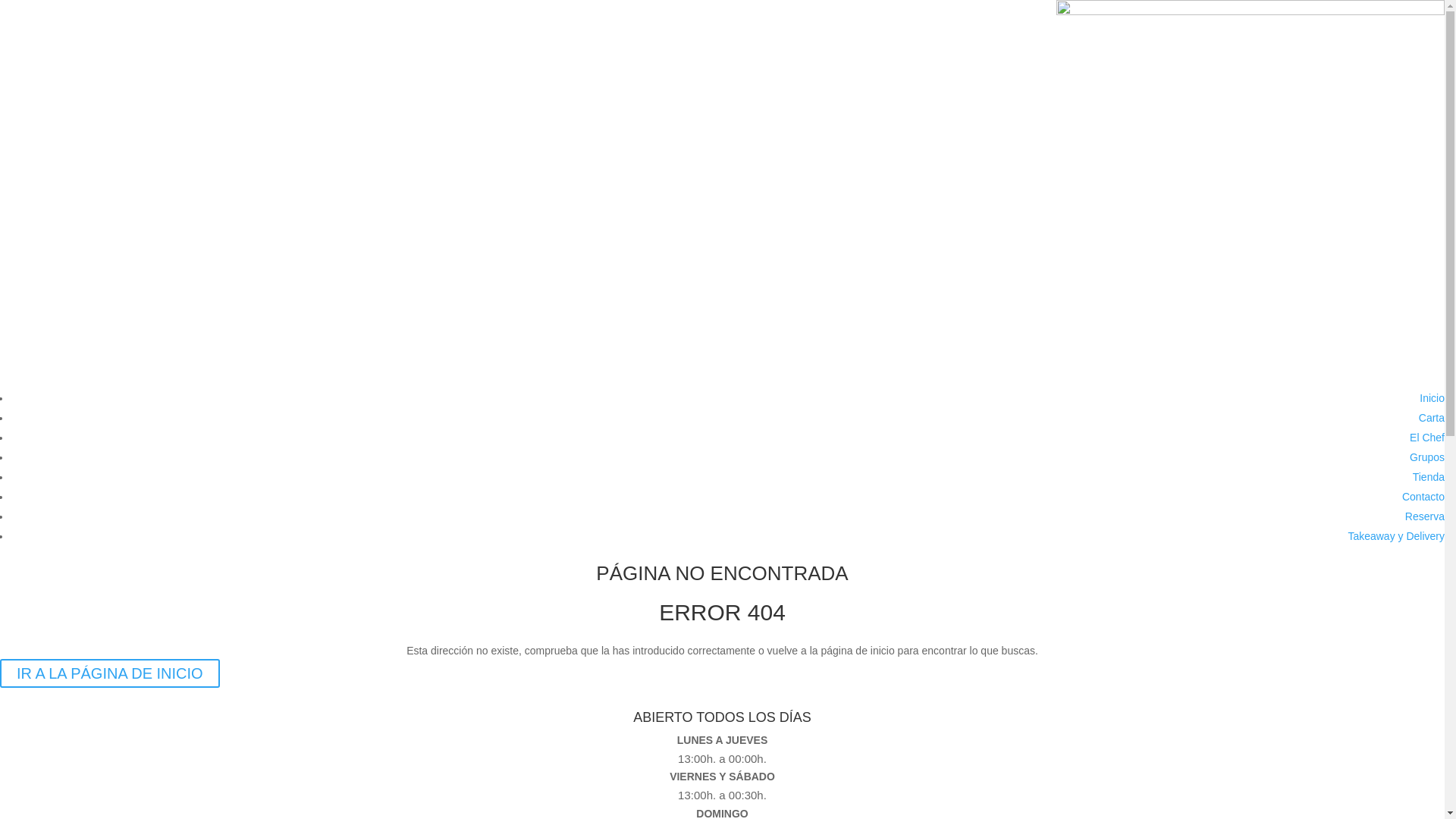 The height and width of the screenshot is (819, 1456). What do you see at coordinates (1426, 456) in the screenshot?
I see `'Grupos'` at bounding box center [1426, 456].